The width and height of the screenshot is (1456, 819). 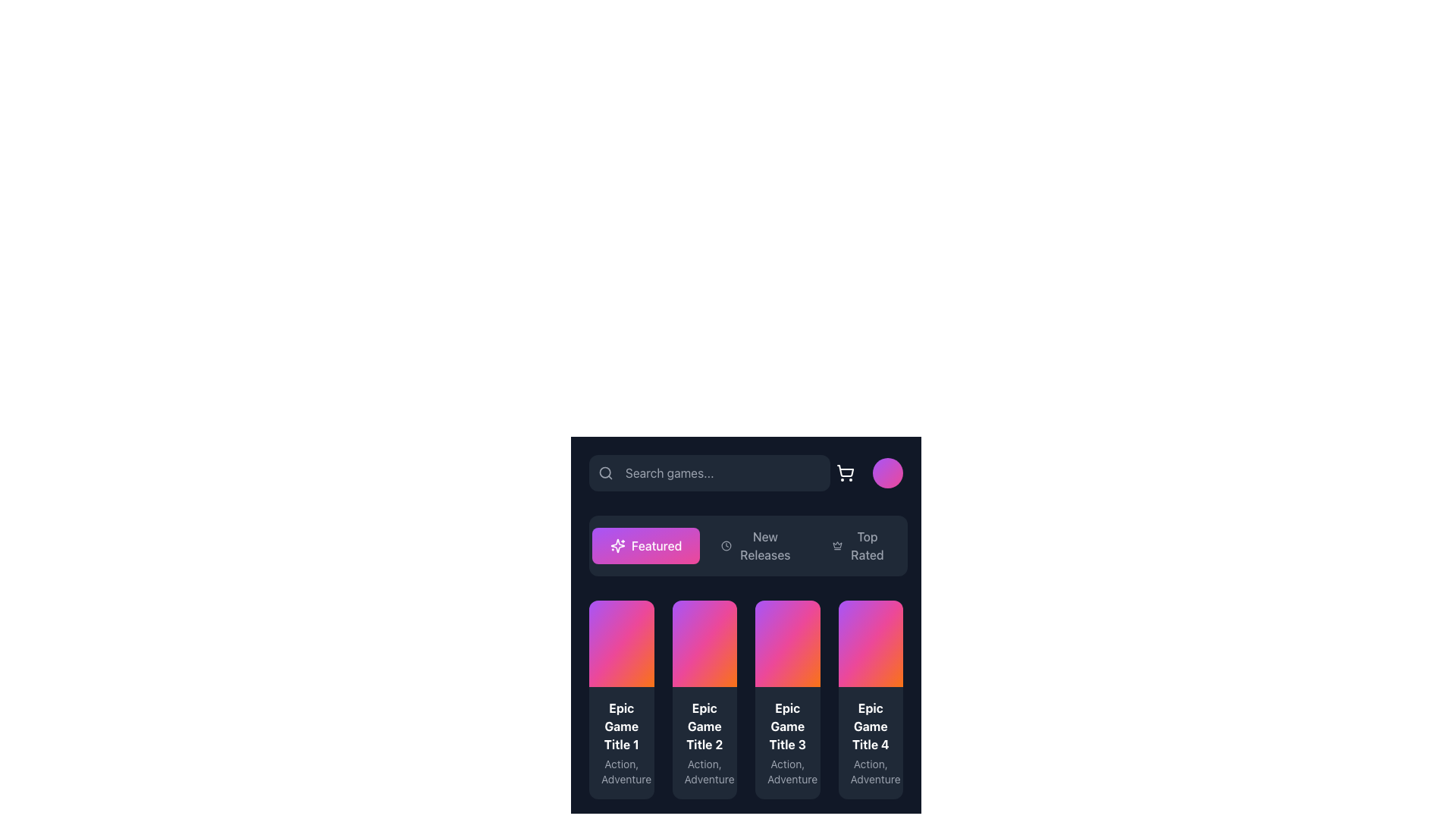 I want to click on the Information Card that represents a specific game, located in the 'Featured' section as the fourth element in a horizontal grid, so click(x=871, y=699).